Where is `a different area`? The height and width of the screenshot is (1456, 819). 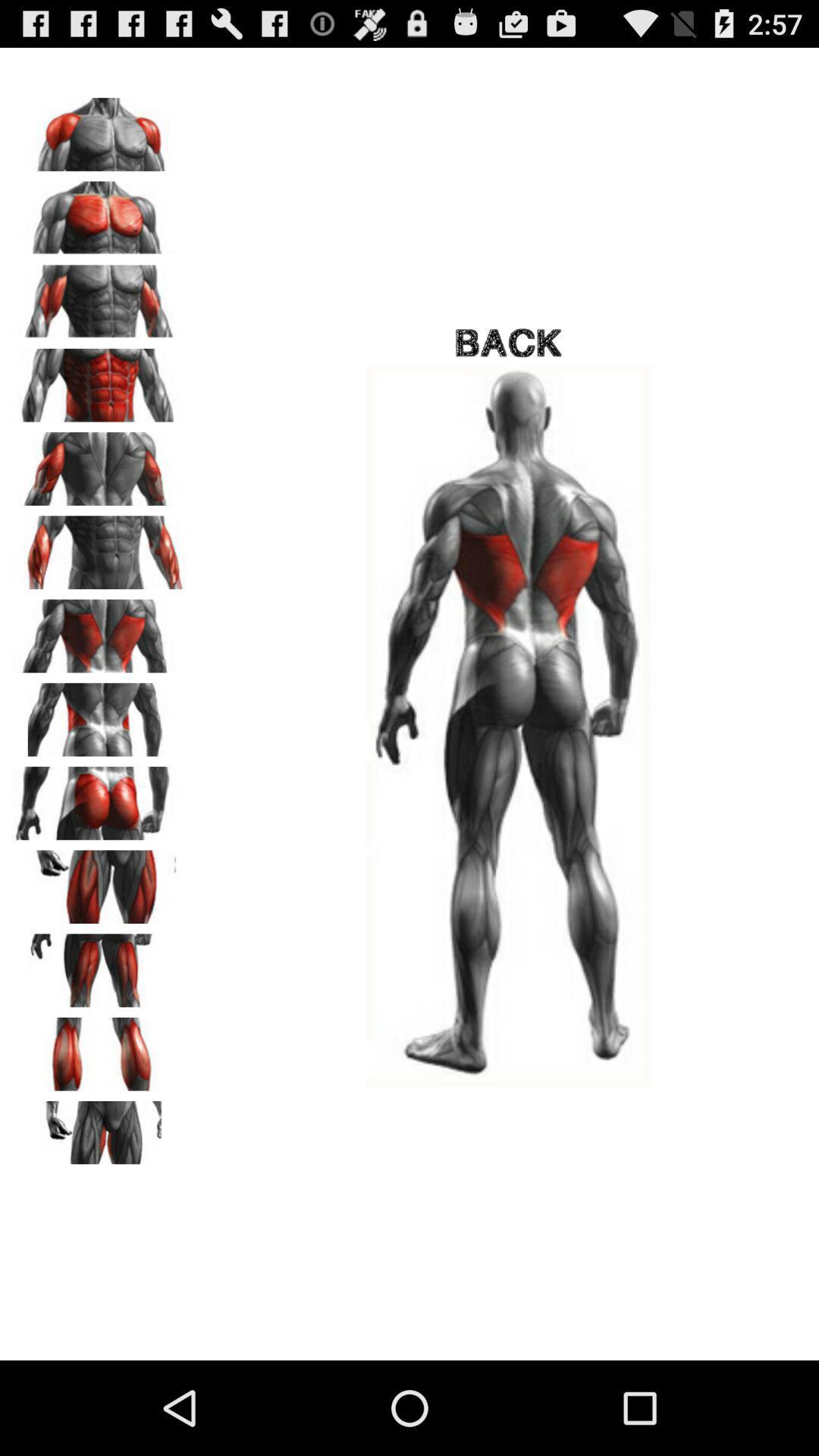 a different area is located at coordinates (99, 212).